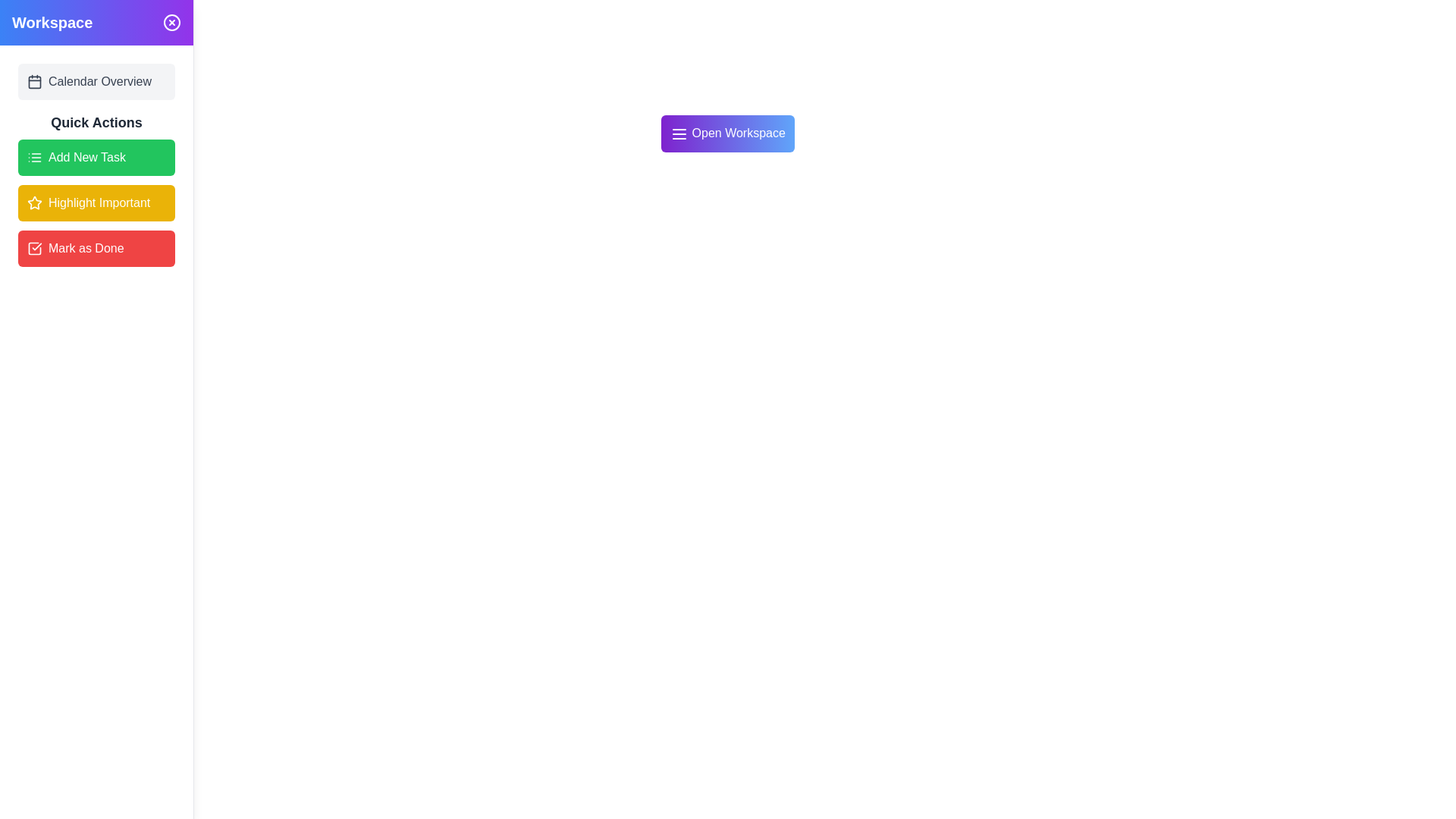  What do you see at coordinates (35, 82) in the screenshot?
I see `the calendar icon in the 'Calendar Overview' section` at bounding box center [35, 82].